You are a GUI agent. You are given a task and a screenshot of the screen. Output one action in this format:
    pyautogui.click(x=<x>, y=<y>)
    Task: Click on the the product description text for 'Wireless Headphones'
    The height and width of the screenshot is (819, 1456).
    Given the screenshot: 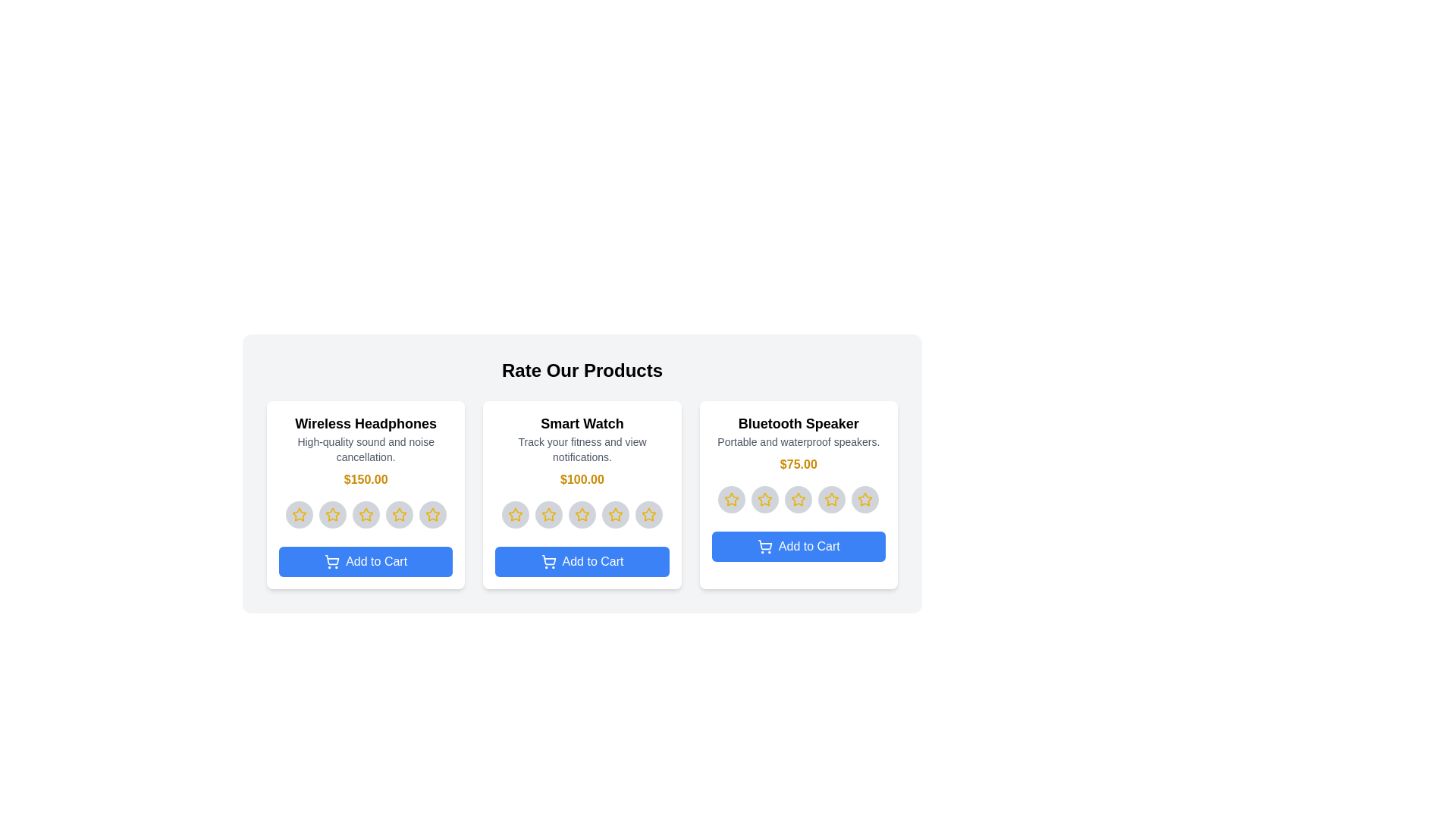 What is the action you would take?
    pyautogui.click(x=366, y=450)
    